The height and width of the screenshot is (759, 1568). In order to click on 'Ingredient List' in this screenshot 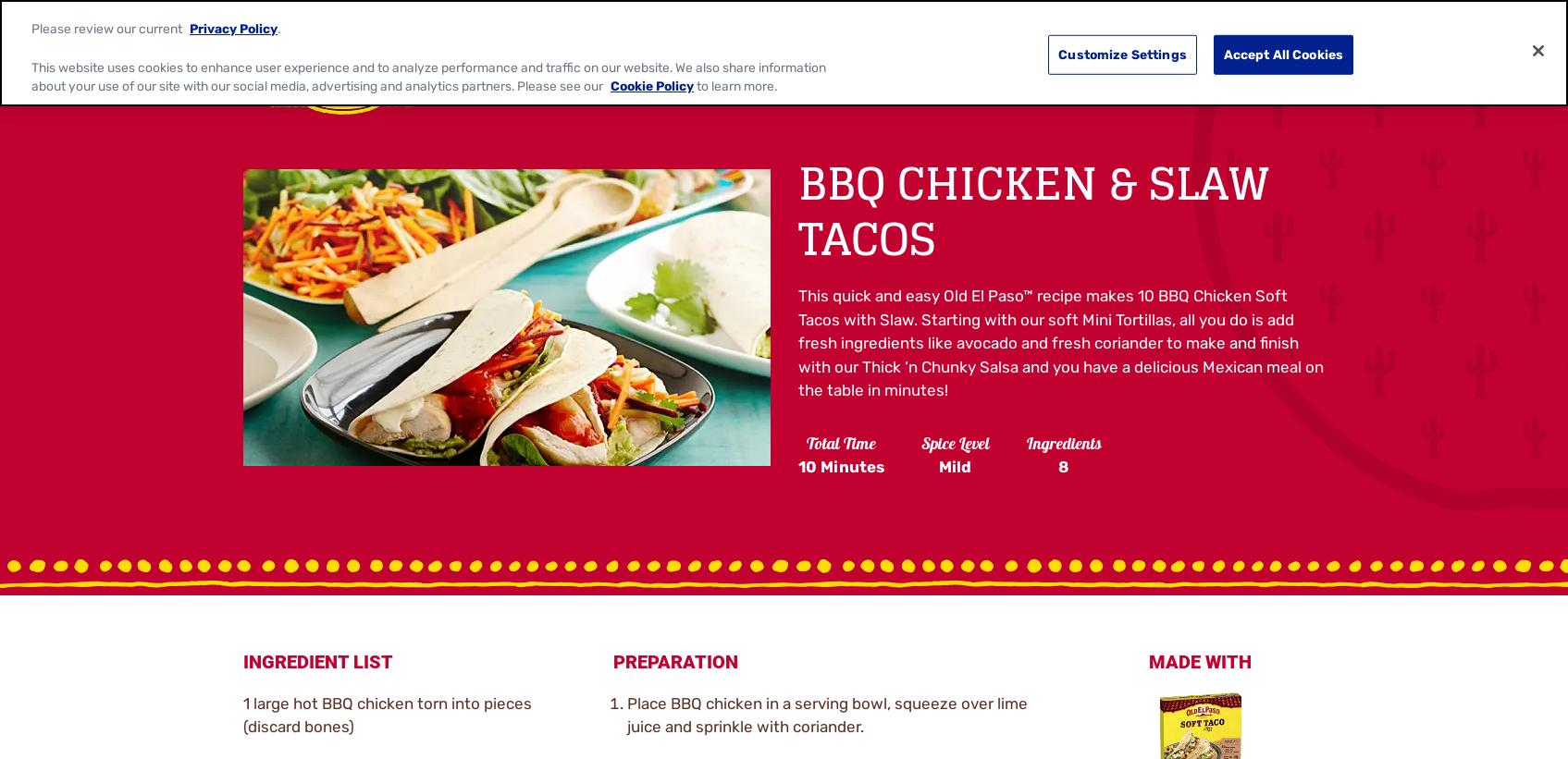, I will do `click(316, 661)`.